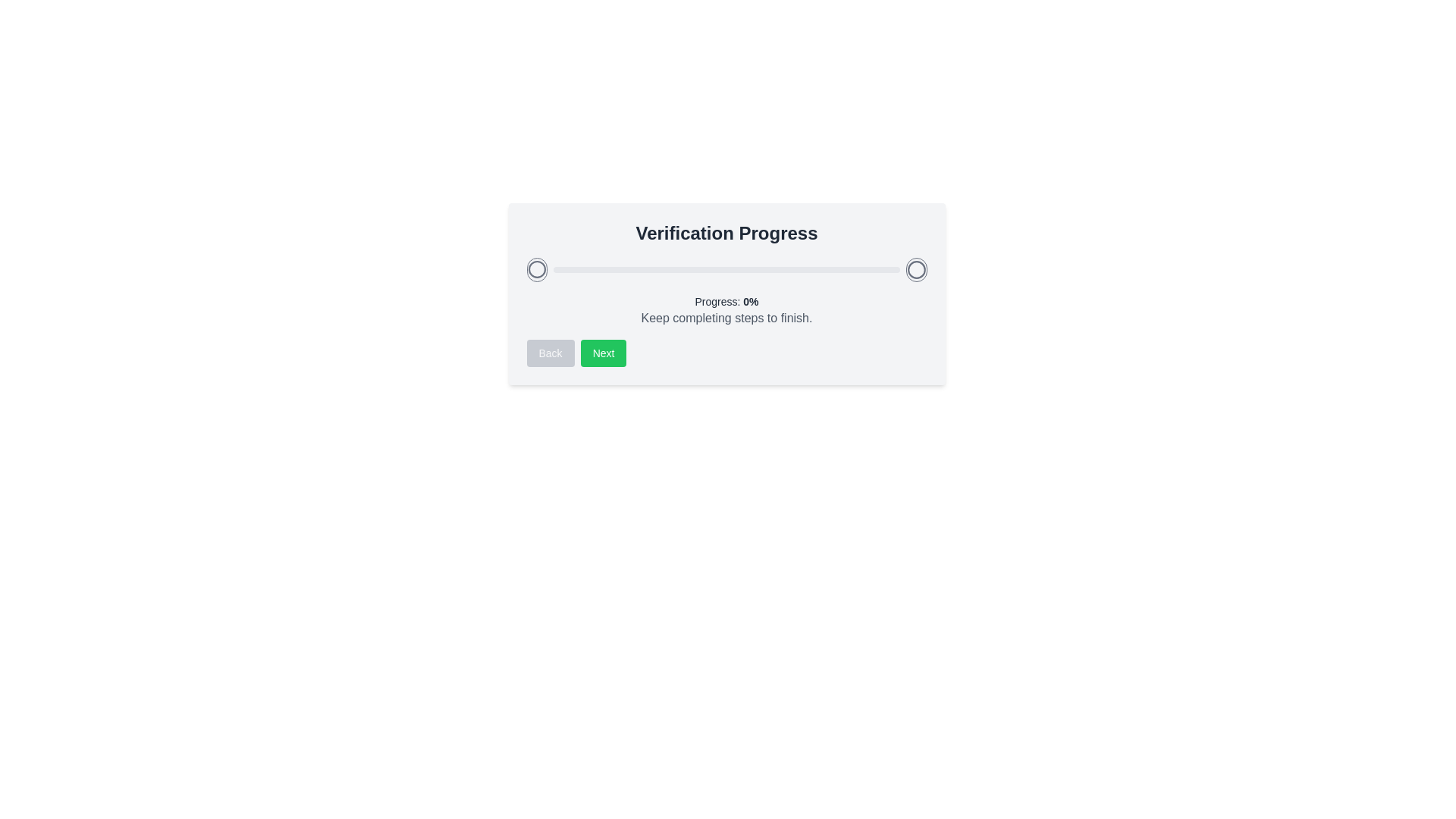 The width and height of the screenshot is (1456, 819). I want to click on the Progress Bar element in the 'Verification Progress' section, which is centrally placed below the title and spans nearly the entire width of the dialog box, so click(726, 268).